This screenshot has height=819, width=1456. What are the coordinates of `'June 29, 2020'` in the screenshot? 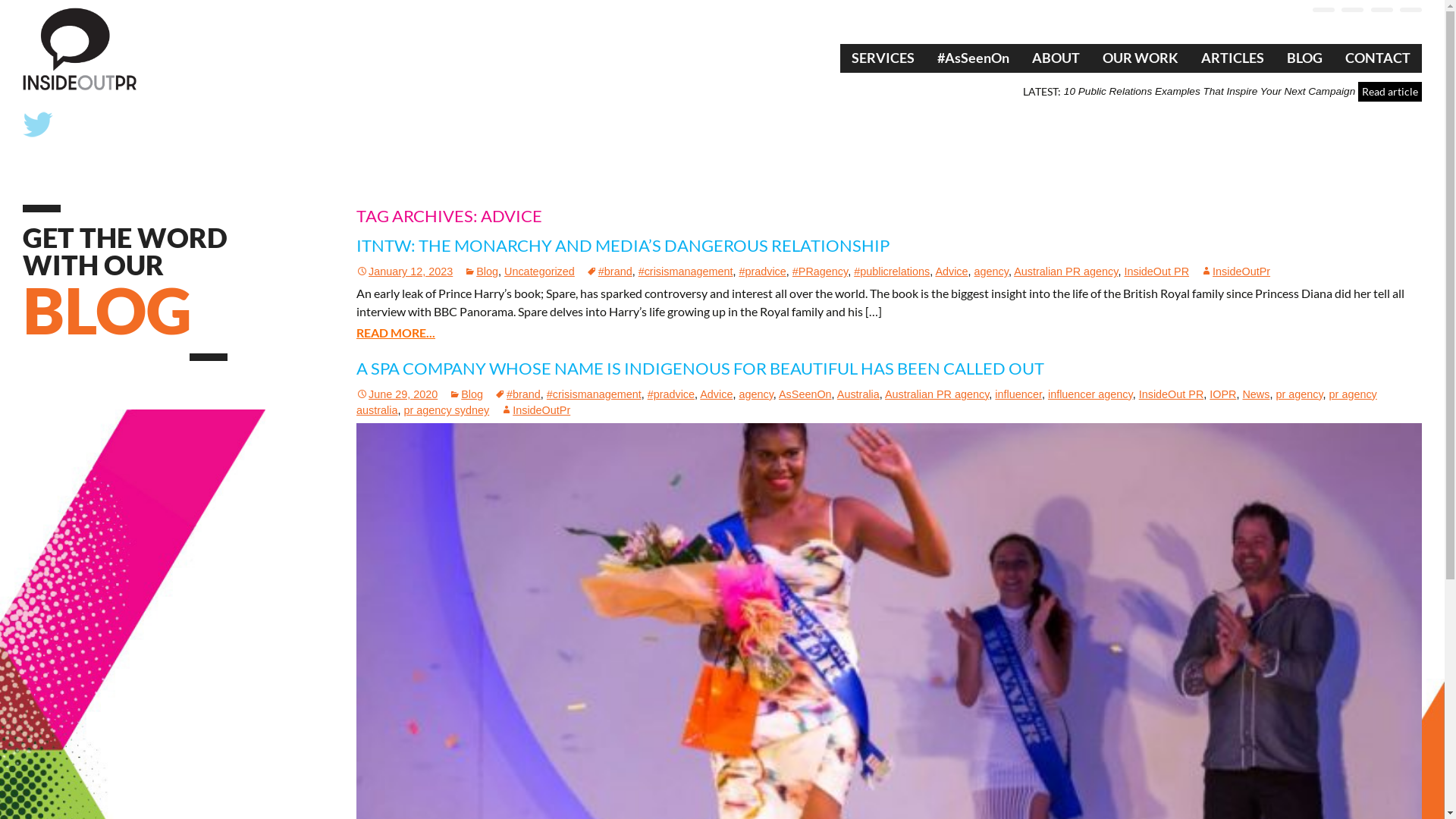 It's located at (397, 394).